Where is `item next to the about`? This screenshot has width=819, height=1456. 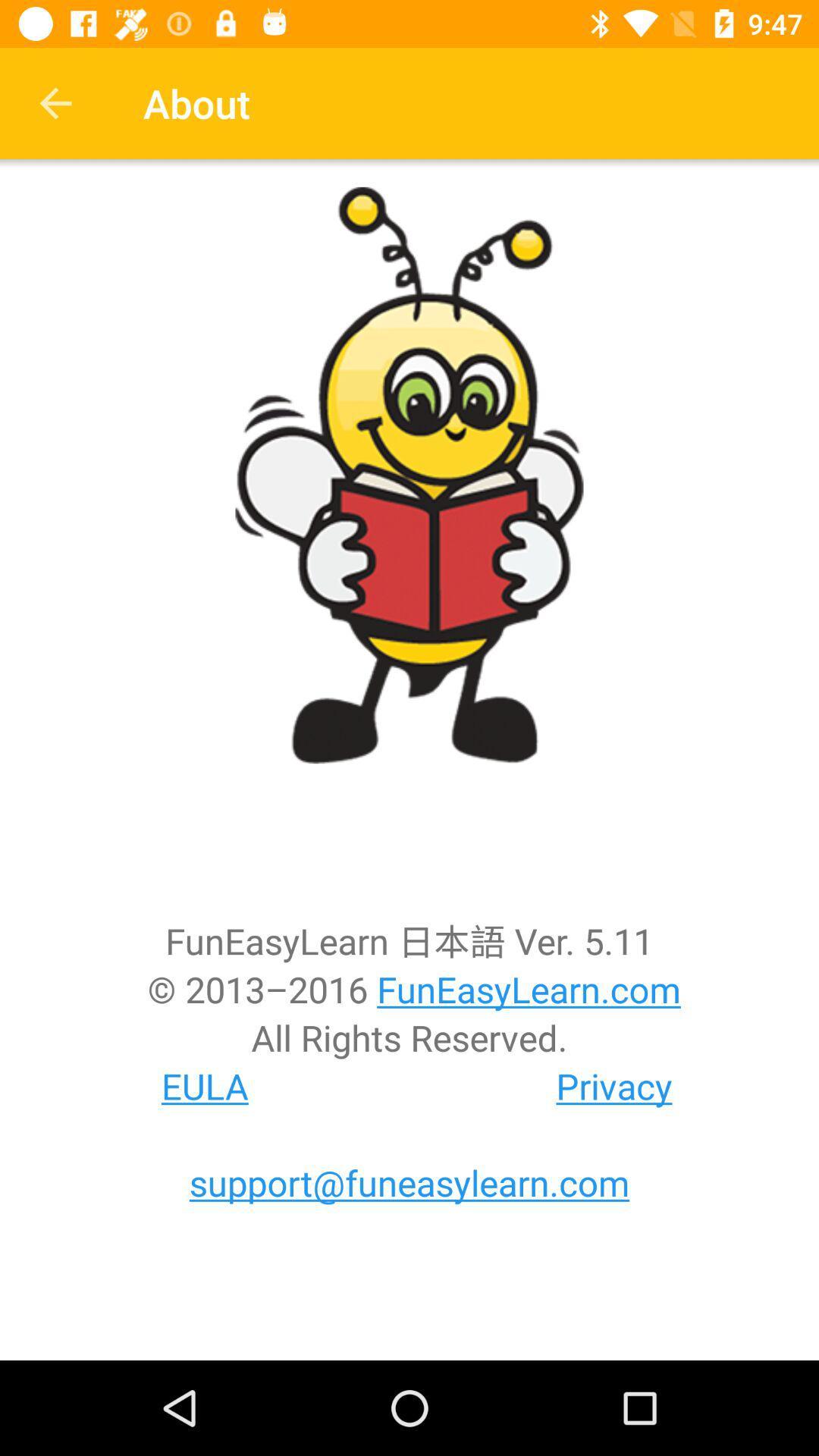
item next to the about is located at coordinates (55, 102).